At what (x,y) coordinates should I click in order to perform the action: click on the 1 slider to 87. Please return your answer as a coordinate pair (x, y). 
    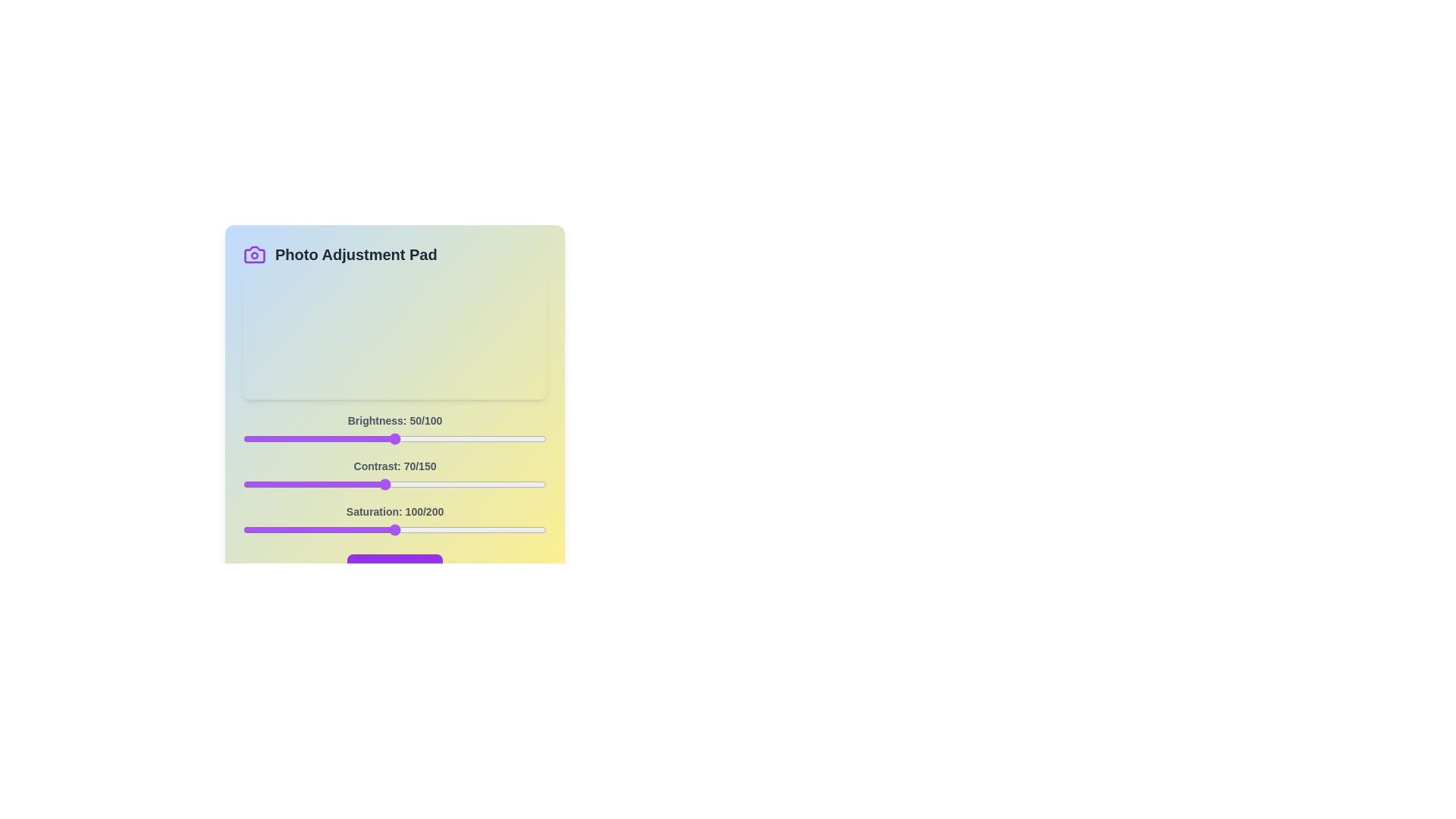
    Looking at the image, I should click on (419, 485).